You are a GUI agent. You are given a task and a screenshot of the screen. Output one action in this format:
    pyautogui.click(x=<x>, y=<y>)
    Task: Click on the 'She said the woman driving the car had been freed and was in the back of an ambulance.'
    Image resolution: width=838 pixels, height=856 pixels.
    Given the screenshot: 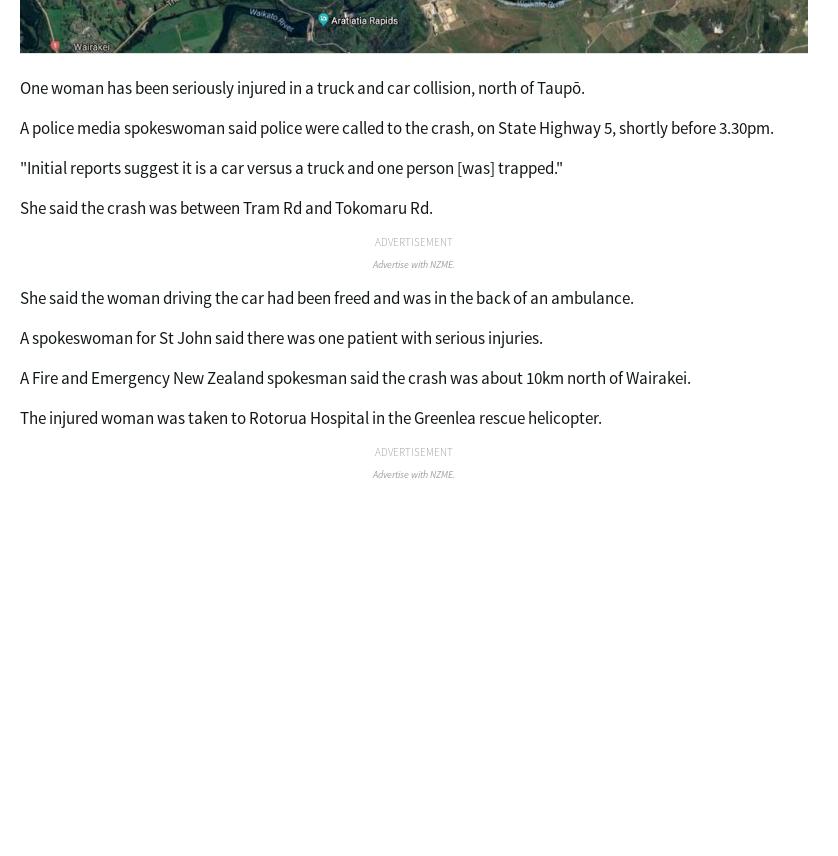 What is the action you would take?
    pyautogui.click(x=20, y=297)
    